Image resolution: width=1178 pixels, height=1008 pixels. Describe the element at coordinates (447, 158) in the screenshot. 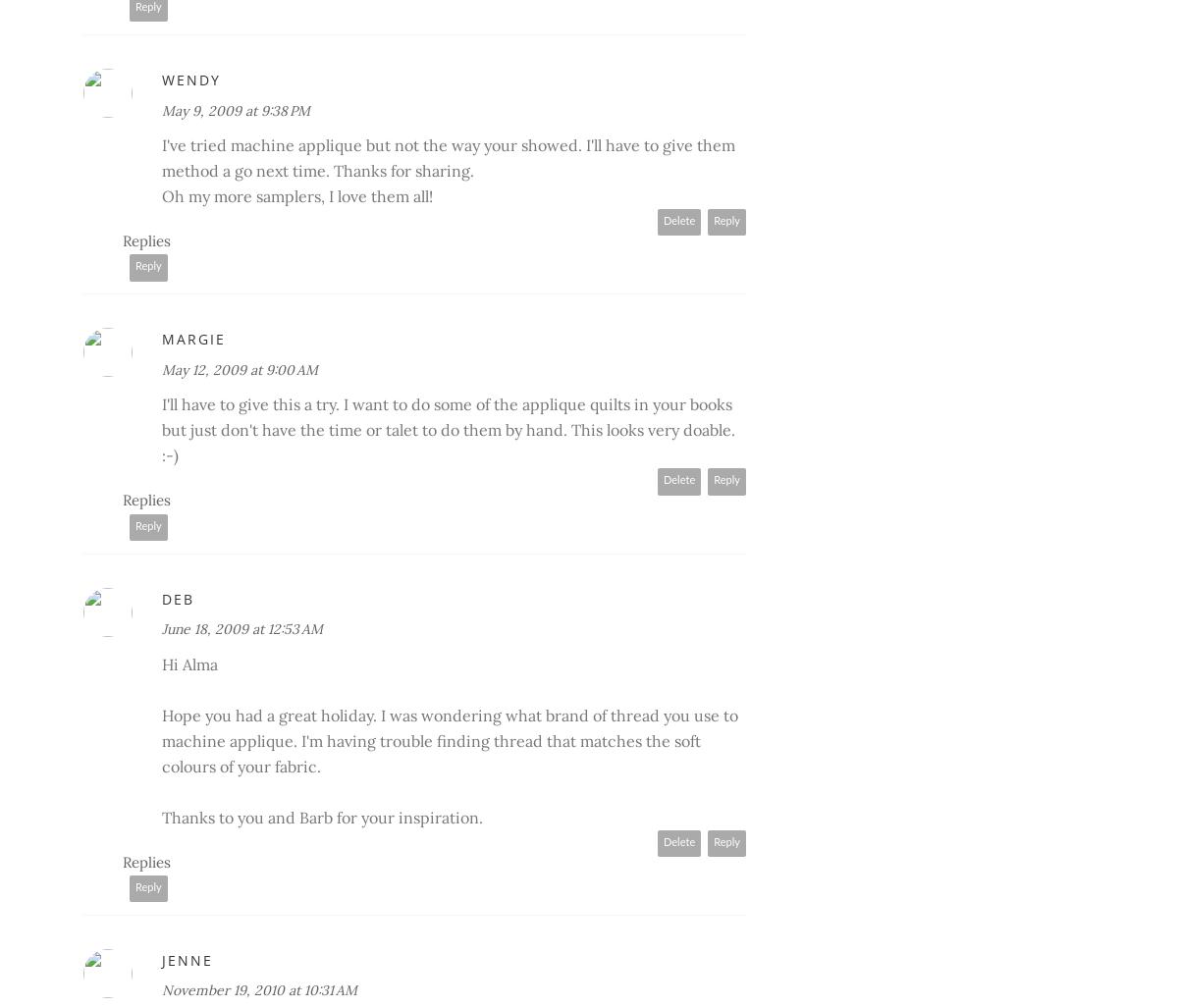

I see `'I've tried machine applique but not the way your showed. I'll have to give them method a go next time. Thanks for sharing.'` at that location.